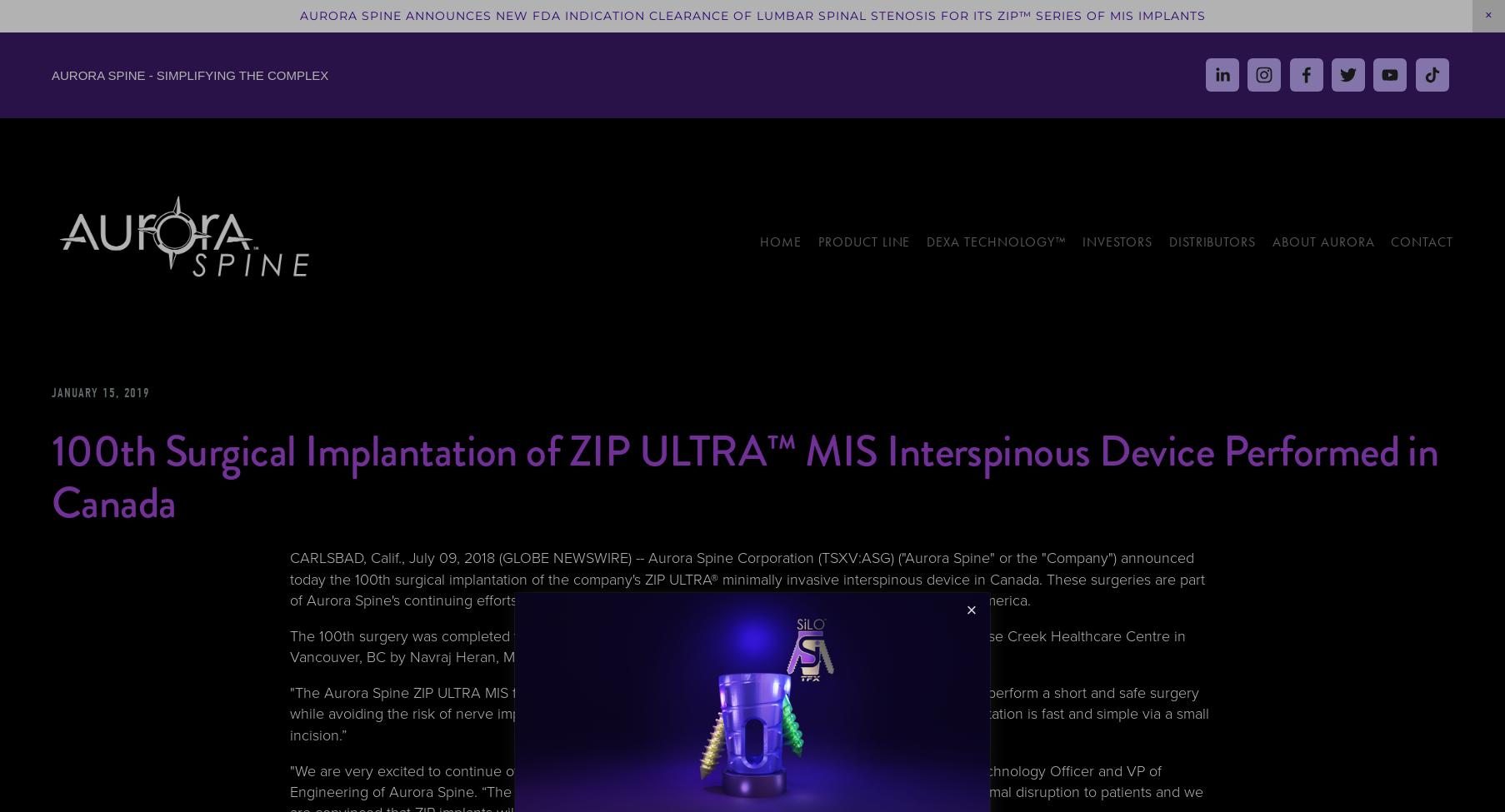  Describe the element at coordinates (50, 474) in the screenshot. I see `'100th Surgical Implantation of ZIP ULTRA™ MIS Interspinous Device Performed in Canada'` at that location.